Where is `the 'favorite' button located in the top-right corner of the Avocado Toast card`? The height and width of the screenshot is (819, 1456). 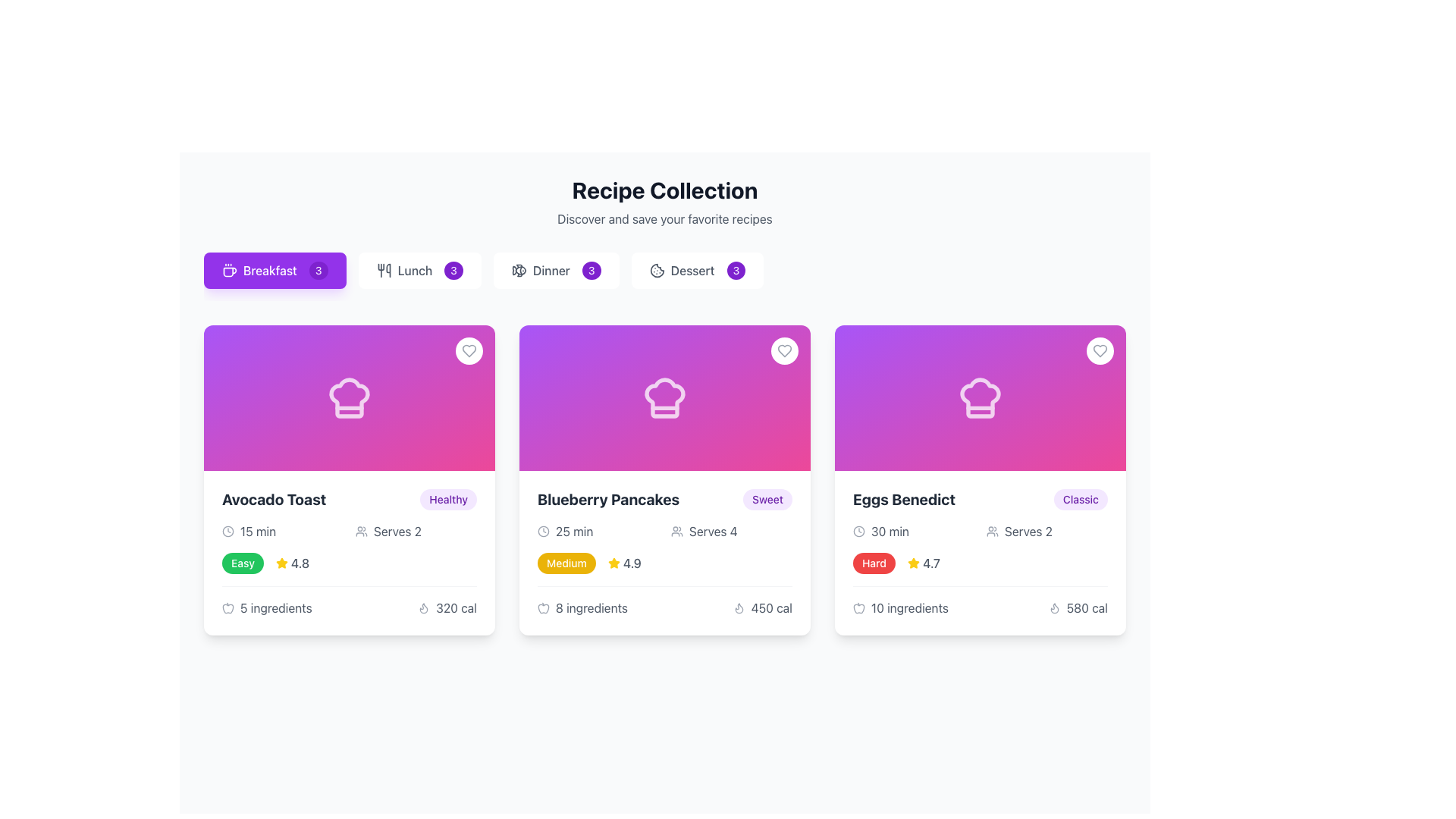 the 'favorite' button located in the top-right corner of the Avocado Toast card is located at coordinates (469, 350).